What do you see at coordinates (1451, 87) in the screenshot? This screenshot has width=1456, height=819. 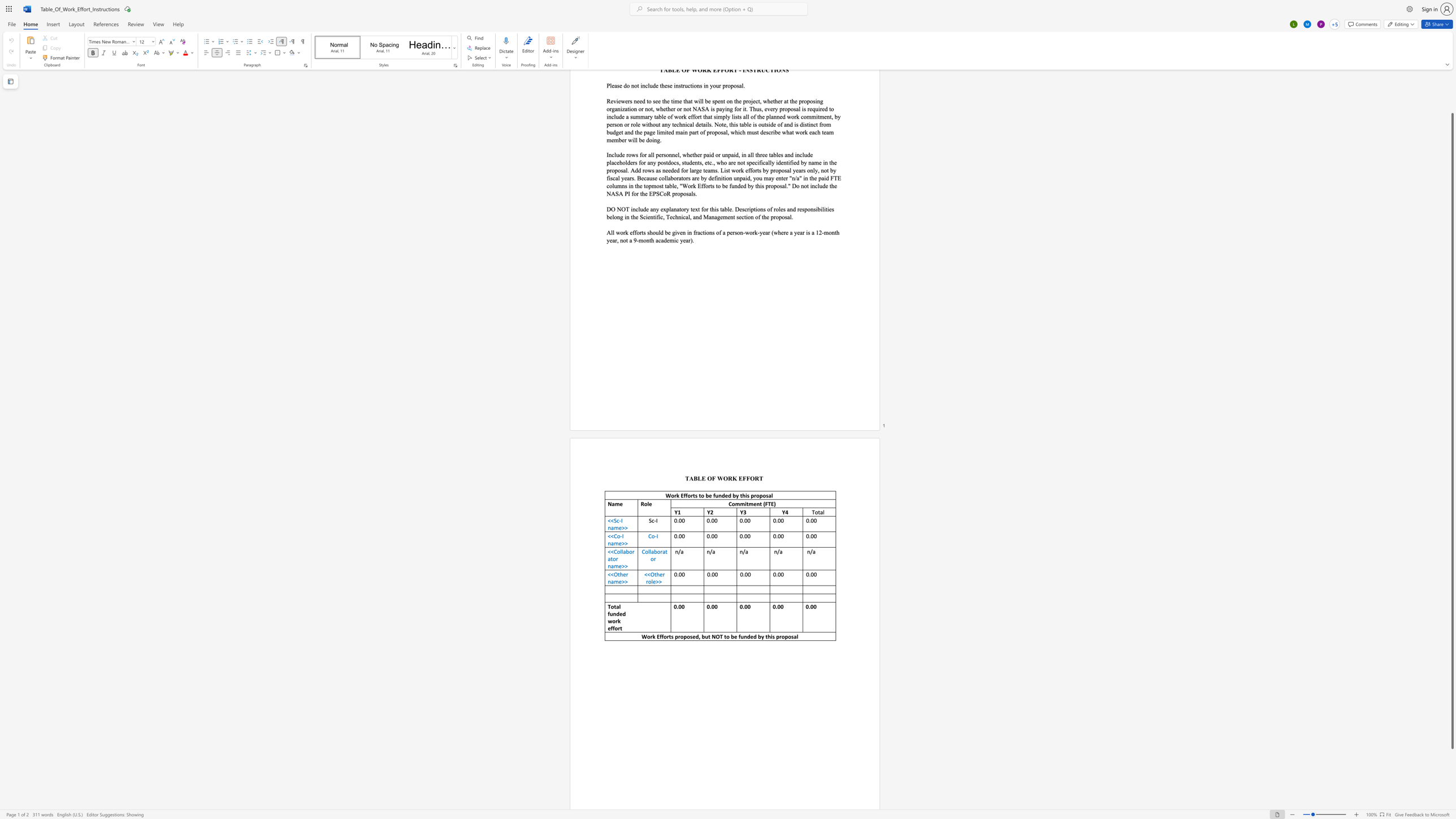 I see `the scrollbar to scroll the page up` at bounding box center [1451, 87].